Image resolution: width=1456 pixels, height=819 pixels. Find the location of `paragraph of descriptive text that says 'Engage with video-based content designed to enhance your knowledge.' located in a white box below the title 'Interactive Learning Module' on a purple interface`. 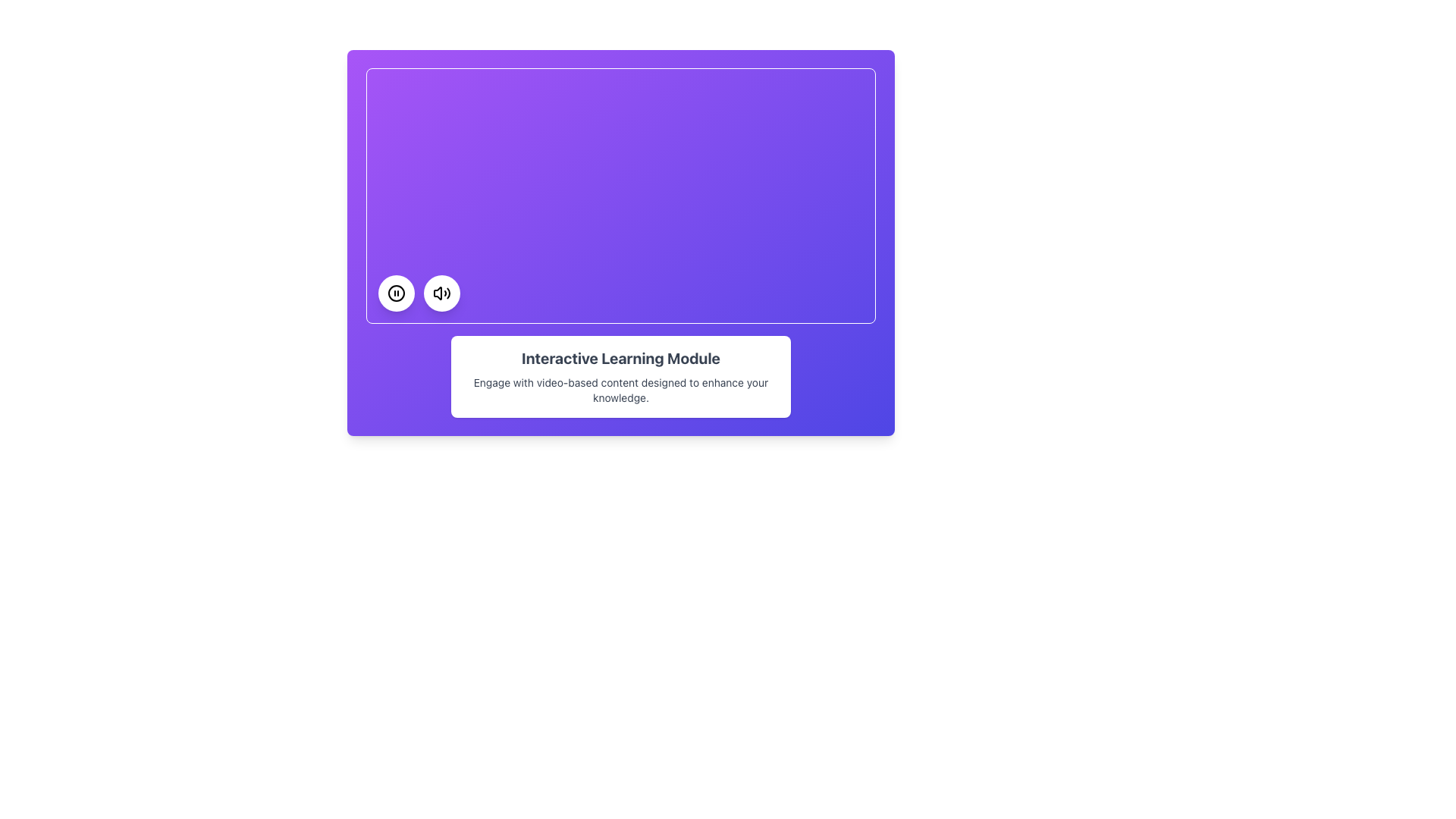

paragraph of descriptive text that says 'Engage with video-based content designed to enhance your knowledge.' located in a white box below the title 'Interactive Learning Module' on a purple interface is located at coordinates (621, 390).